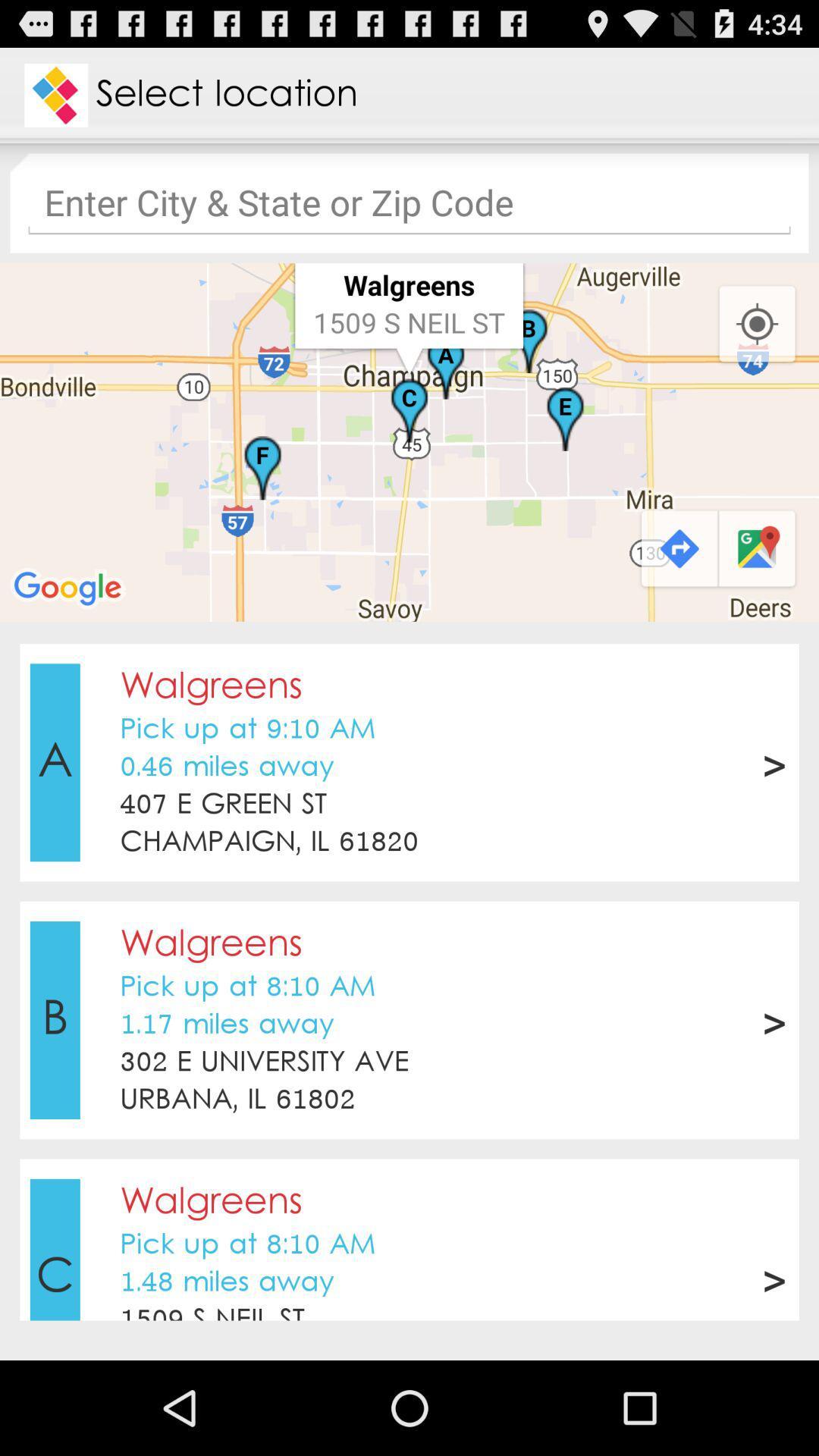 The width and height of the screenshot is (819, 1456). I want to click on the > item, so click(773, 1277).